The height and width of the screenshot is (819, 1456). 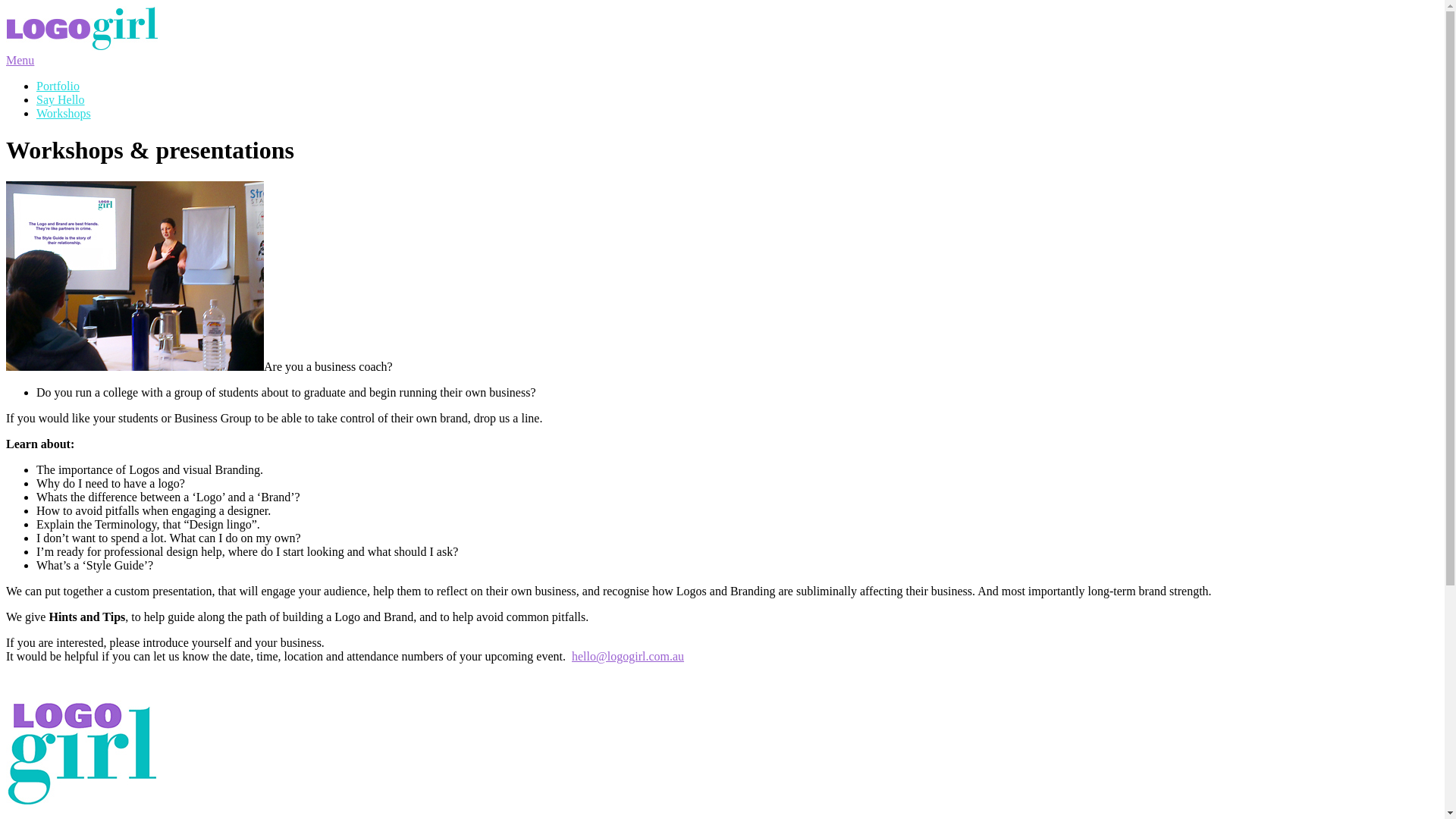 I want to click on 'hello@logogirl.com.au', so click(x=570, y=655).